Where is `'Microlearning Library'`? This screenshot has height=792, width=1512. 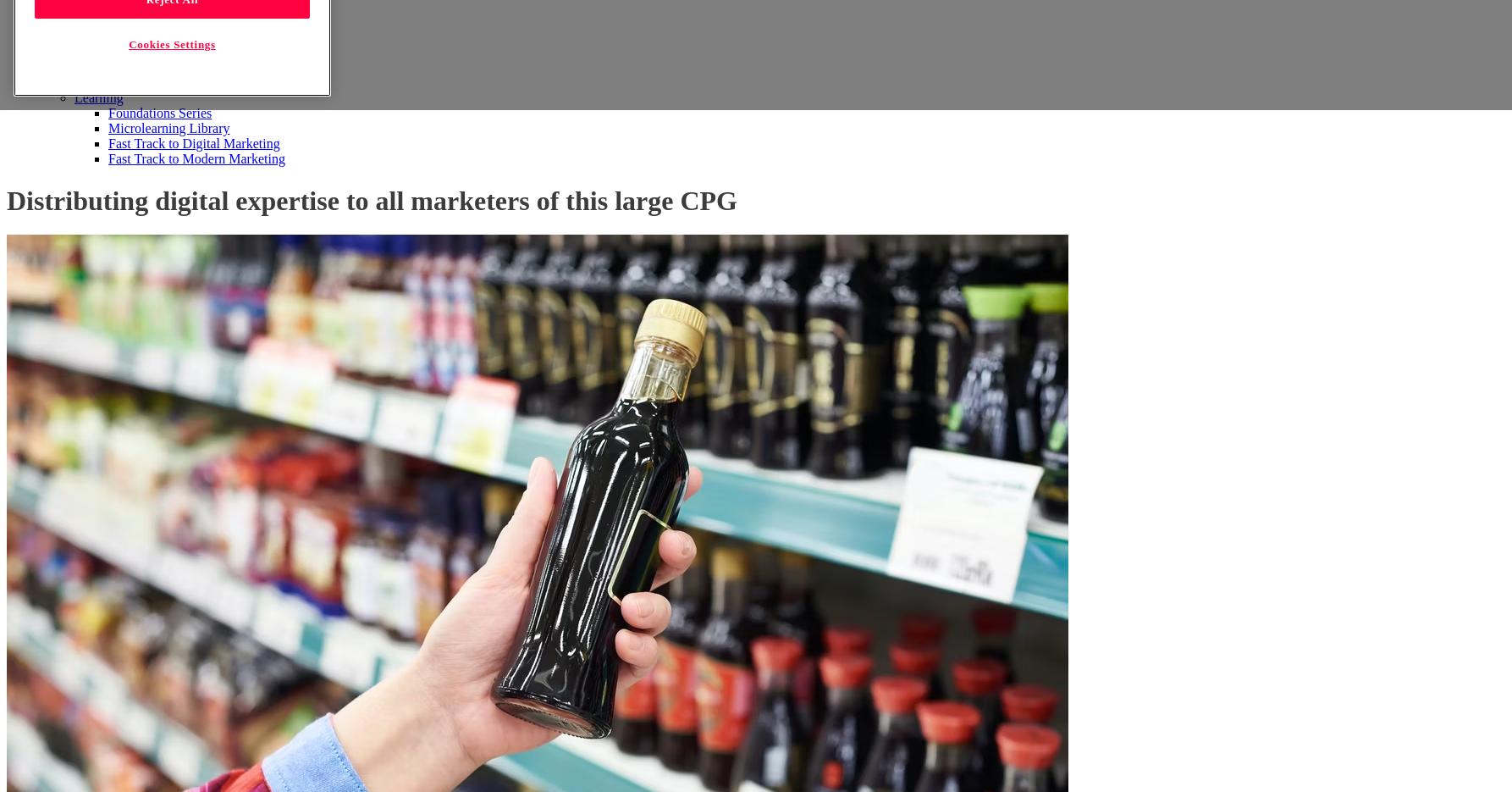
'Microlearning Library' is located at coordinates (168, 128).